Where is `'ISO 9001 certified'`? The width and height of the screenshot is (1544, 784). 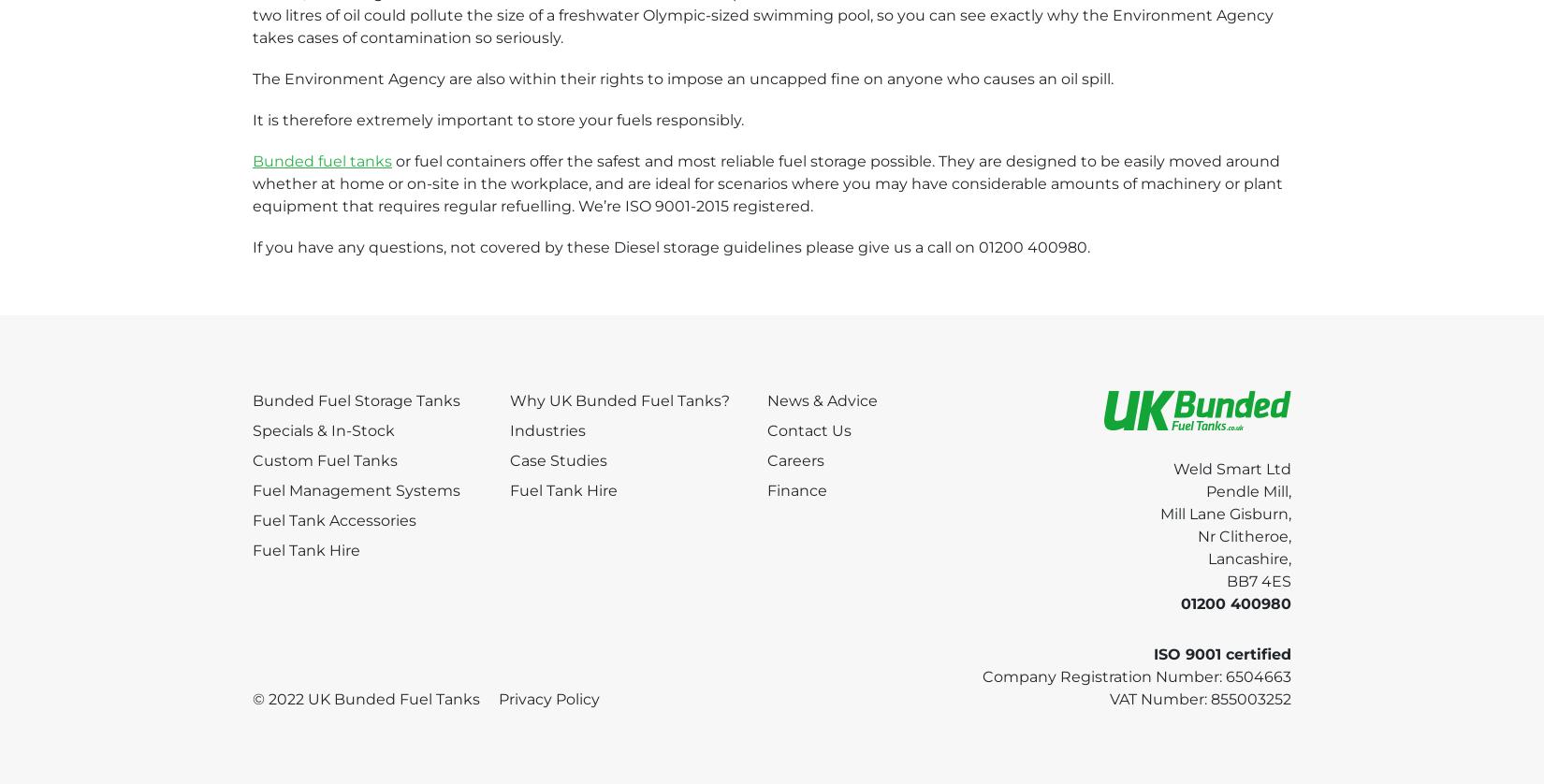 'ISO 9001 certified' is located at coordinates (1221, 652).